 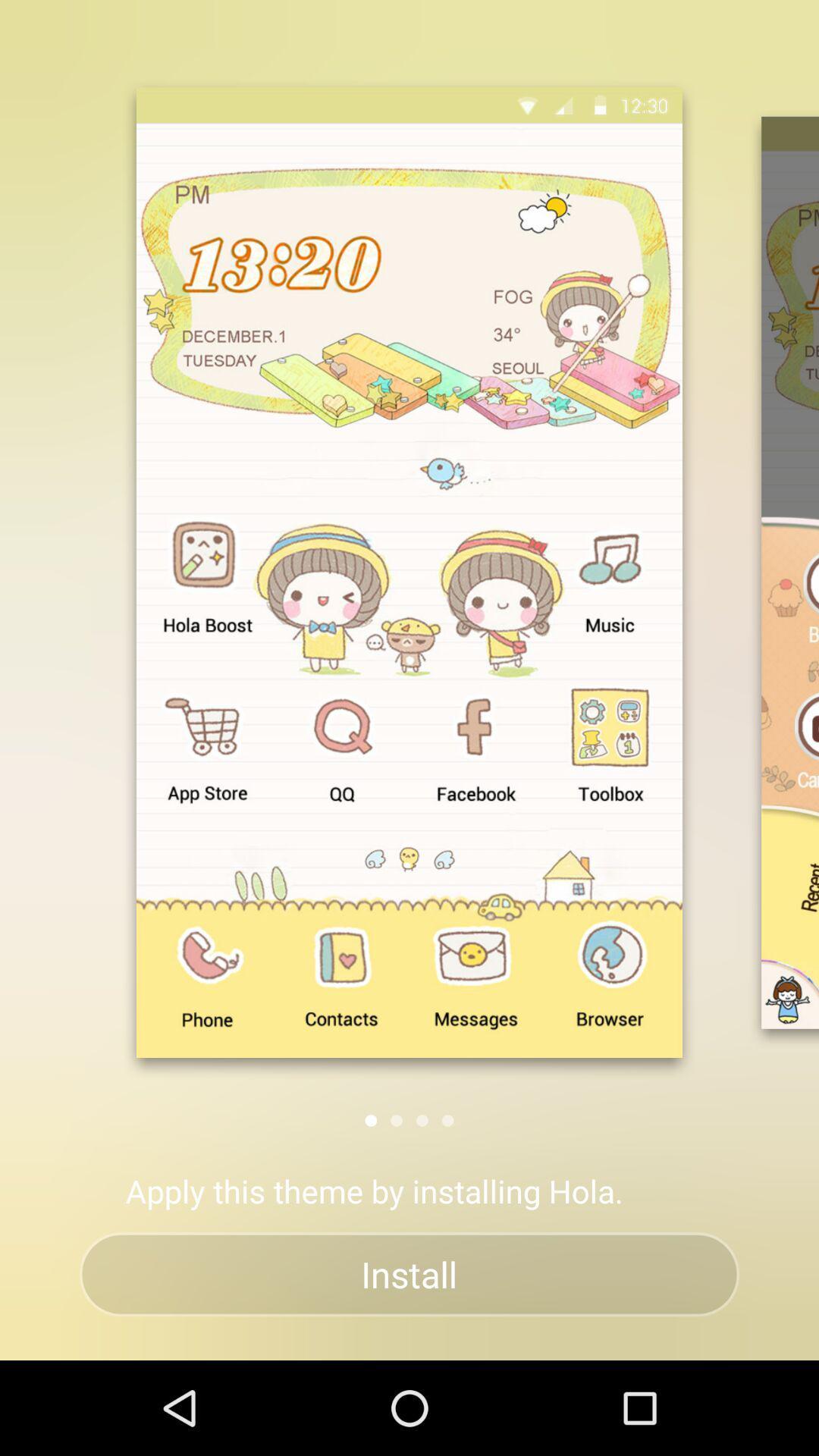 I want to click on the app above the apply this theme app, so click(x=396, y=1120).